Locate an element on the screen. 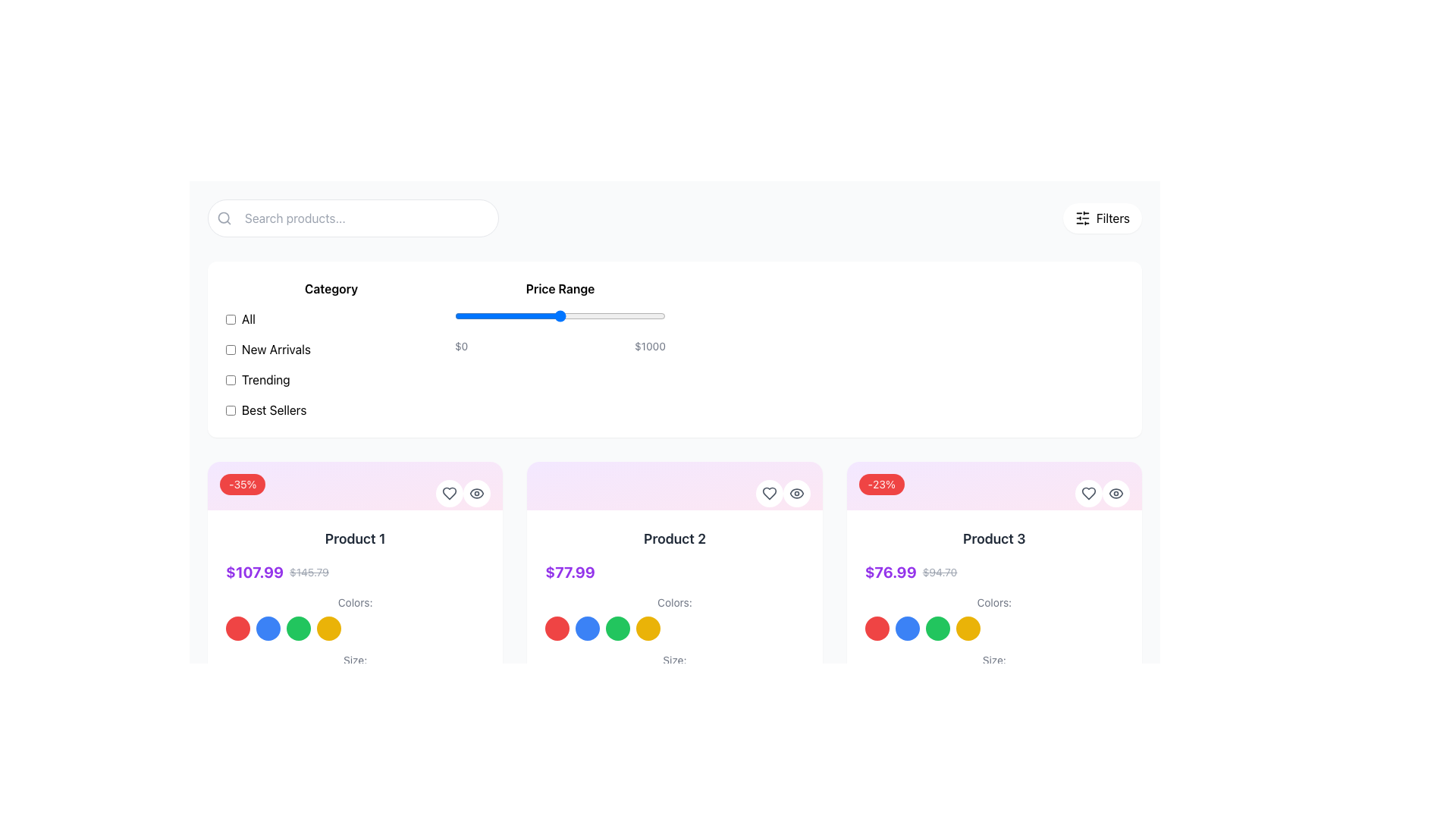 This screenshot has width=1456, height=819. the red circular button located below the product description for 'Product 1' in the first product listing card is located at coordinates (237, 629).